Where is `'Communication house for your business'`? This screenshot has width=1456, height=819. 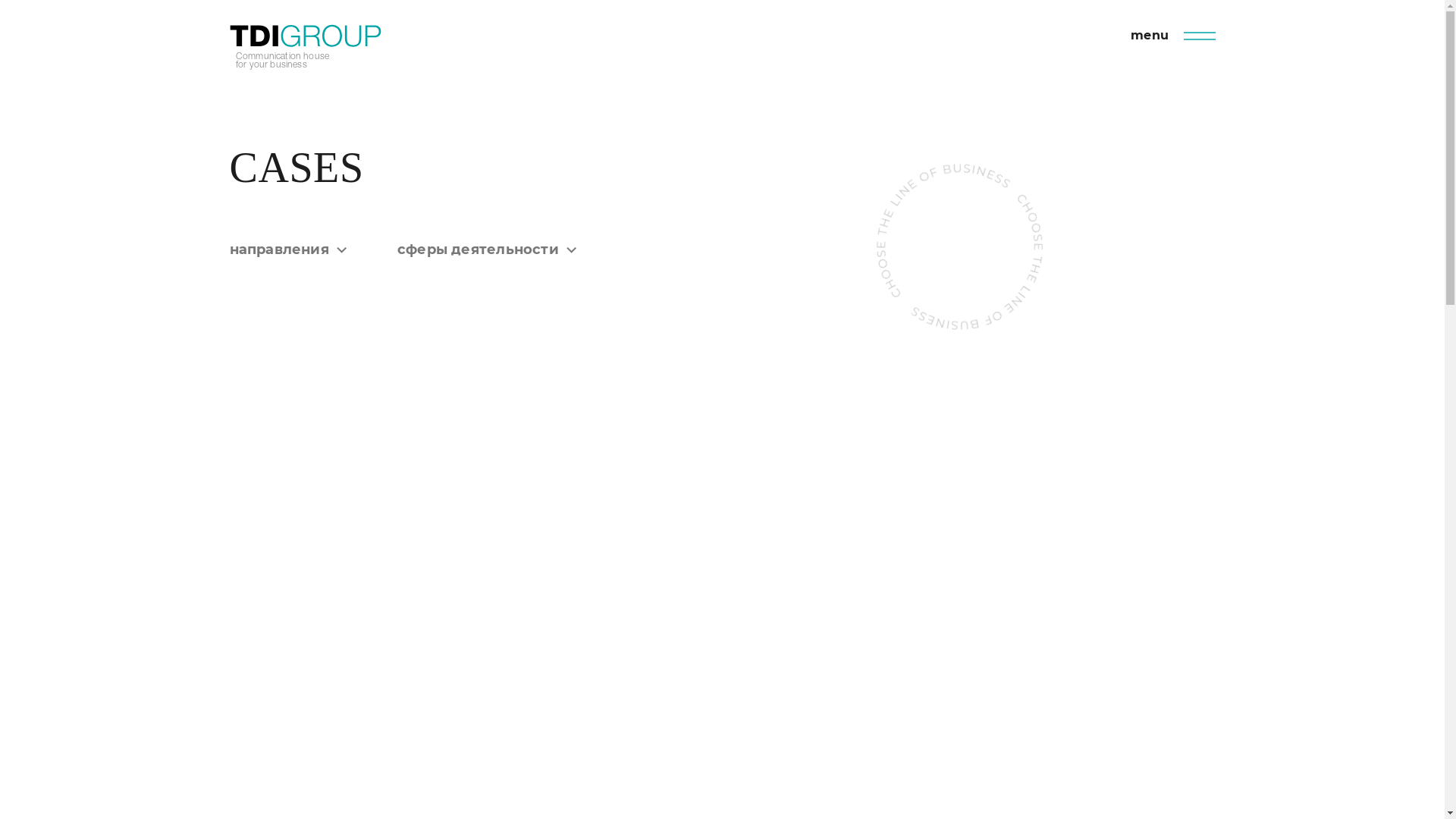 'Communication house for your business' is located at coordinates (304, 45).